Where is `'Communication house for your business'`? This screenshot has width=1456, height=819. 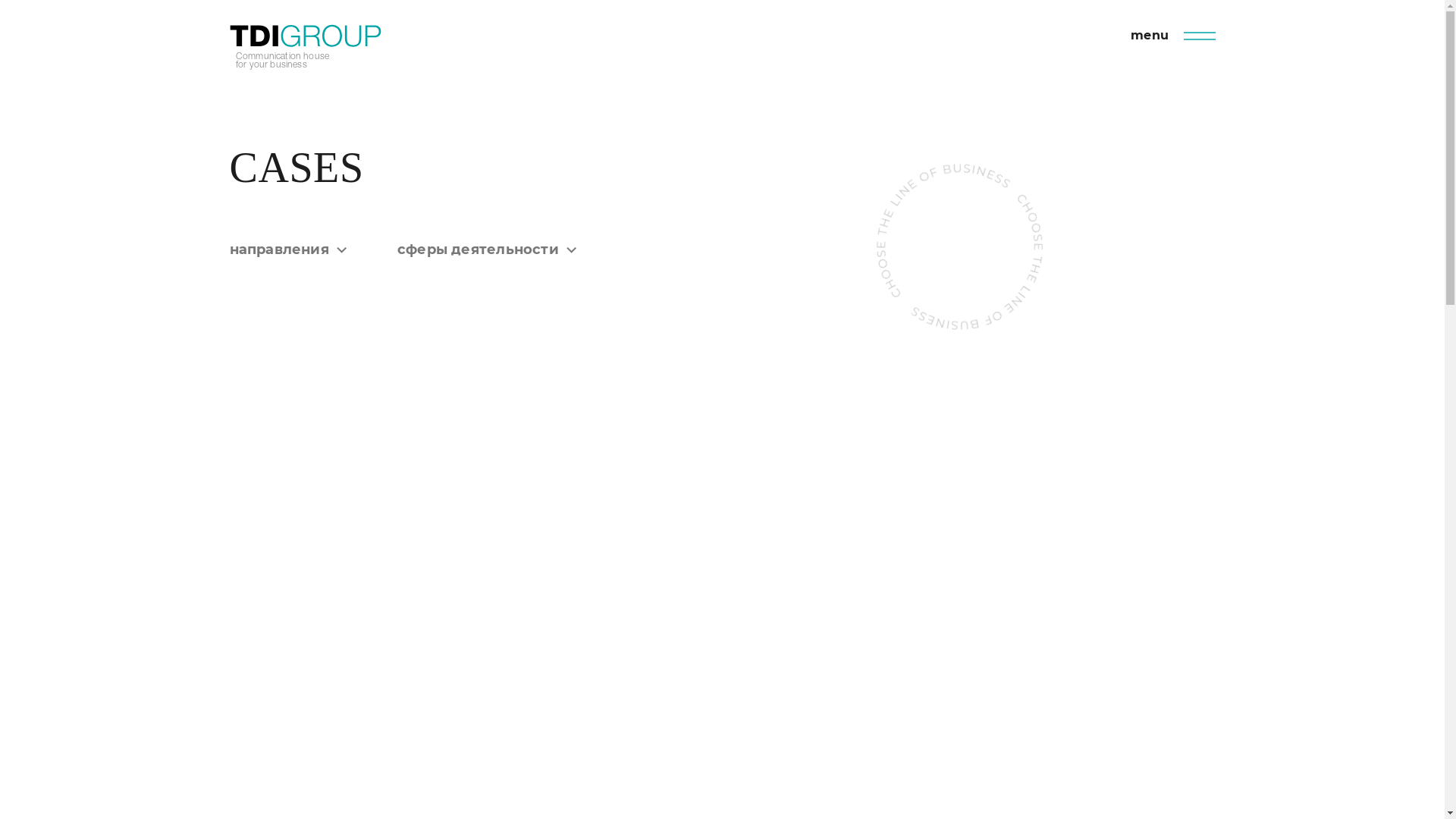 'Communication house for your business' is located at coordinates (304, 45).